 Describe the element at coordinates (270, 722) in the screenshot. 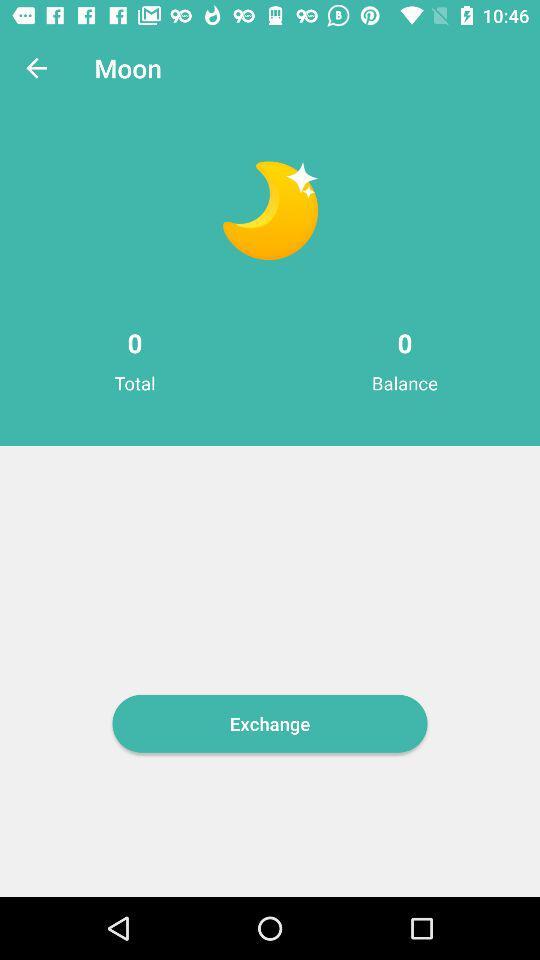

I see `exchange item` at that location.